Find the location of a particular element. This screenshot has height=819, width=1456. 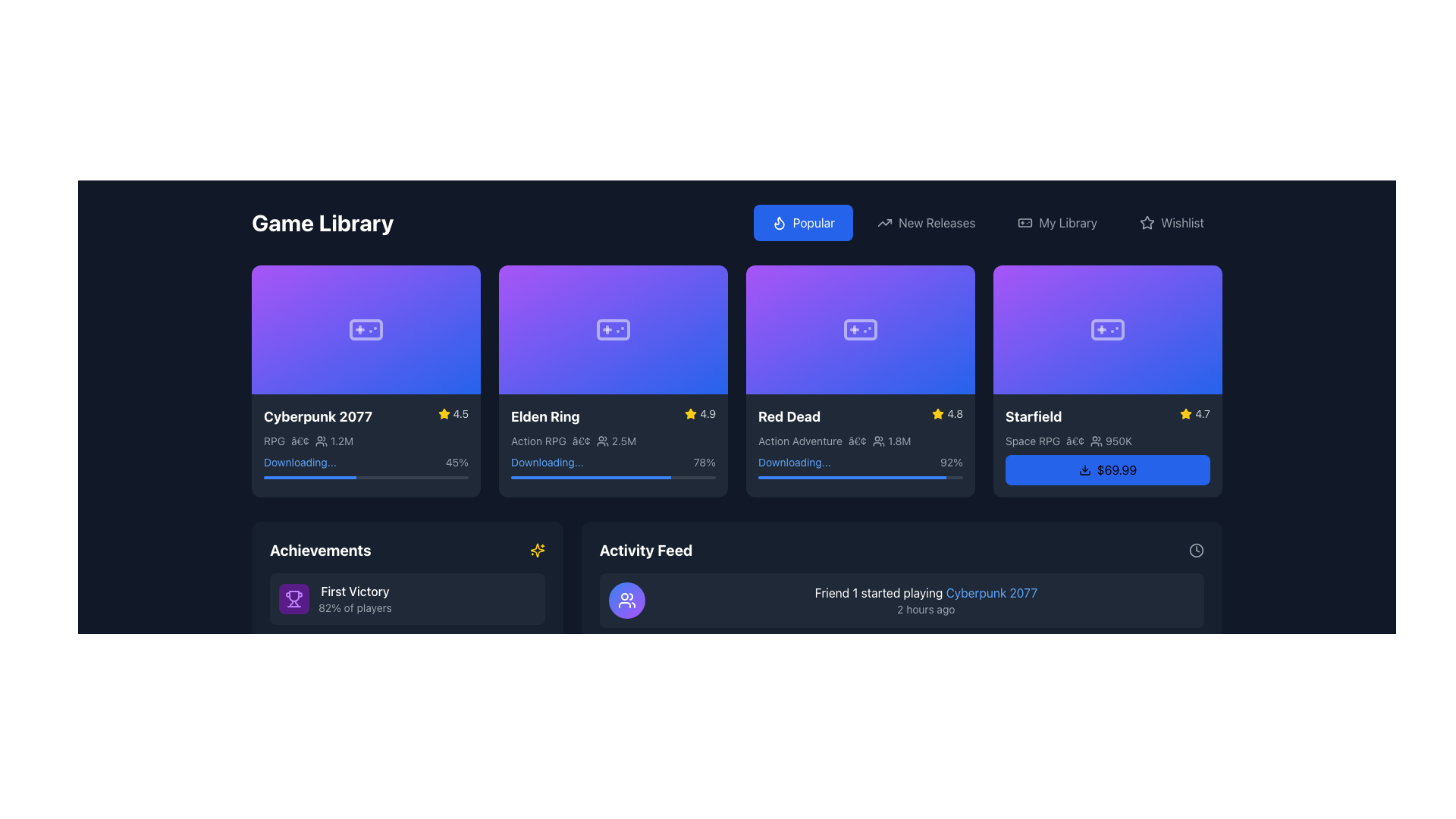

the visual icon representing the 'First Victory' achievement, which is positioned to the left of the text 'First Victory' and '82% of players' is located at coordinates (294, 598).